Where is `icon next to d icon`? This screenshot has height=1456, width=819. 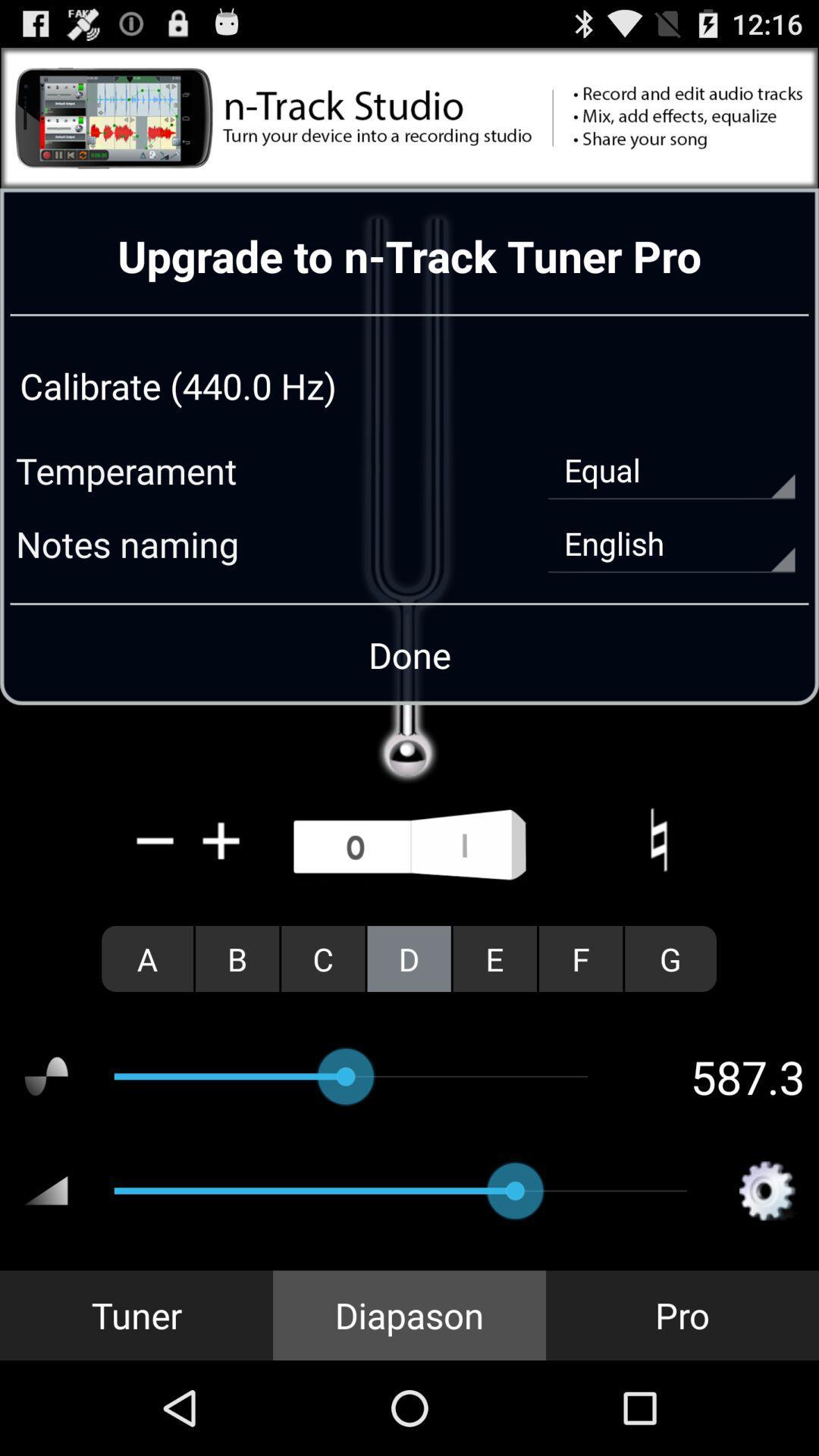
icon next to d icon is located at coordinates (494, 958).